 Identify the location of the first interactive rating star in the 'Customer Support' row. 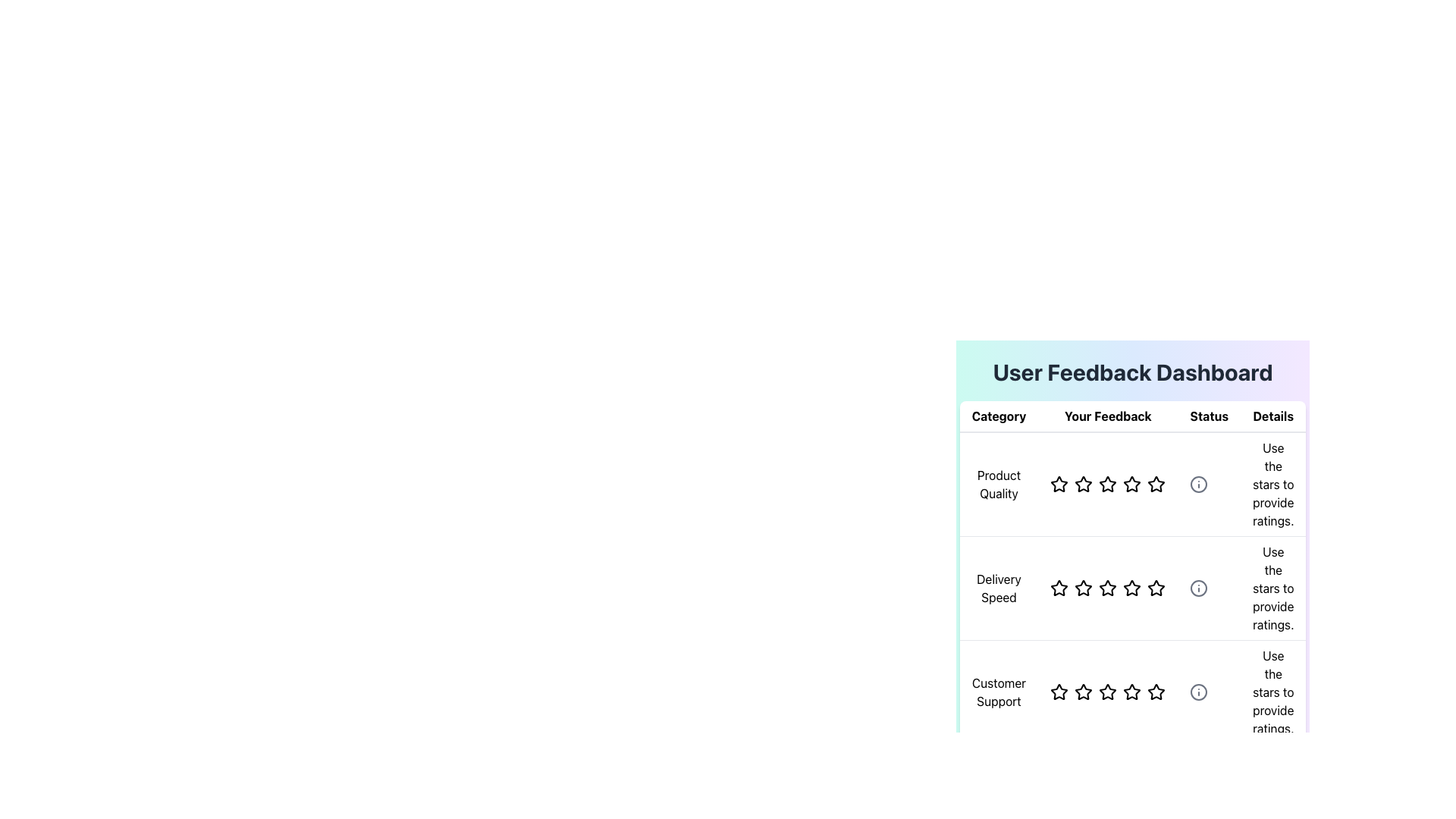
(1083, 692).